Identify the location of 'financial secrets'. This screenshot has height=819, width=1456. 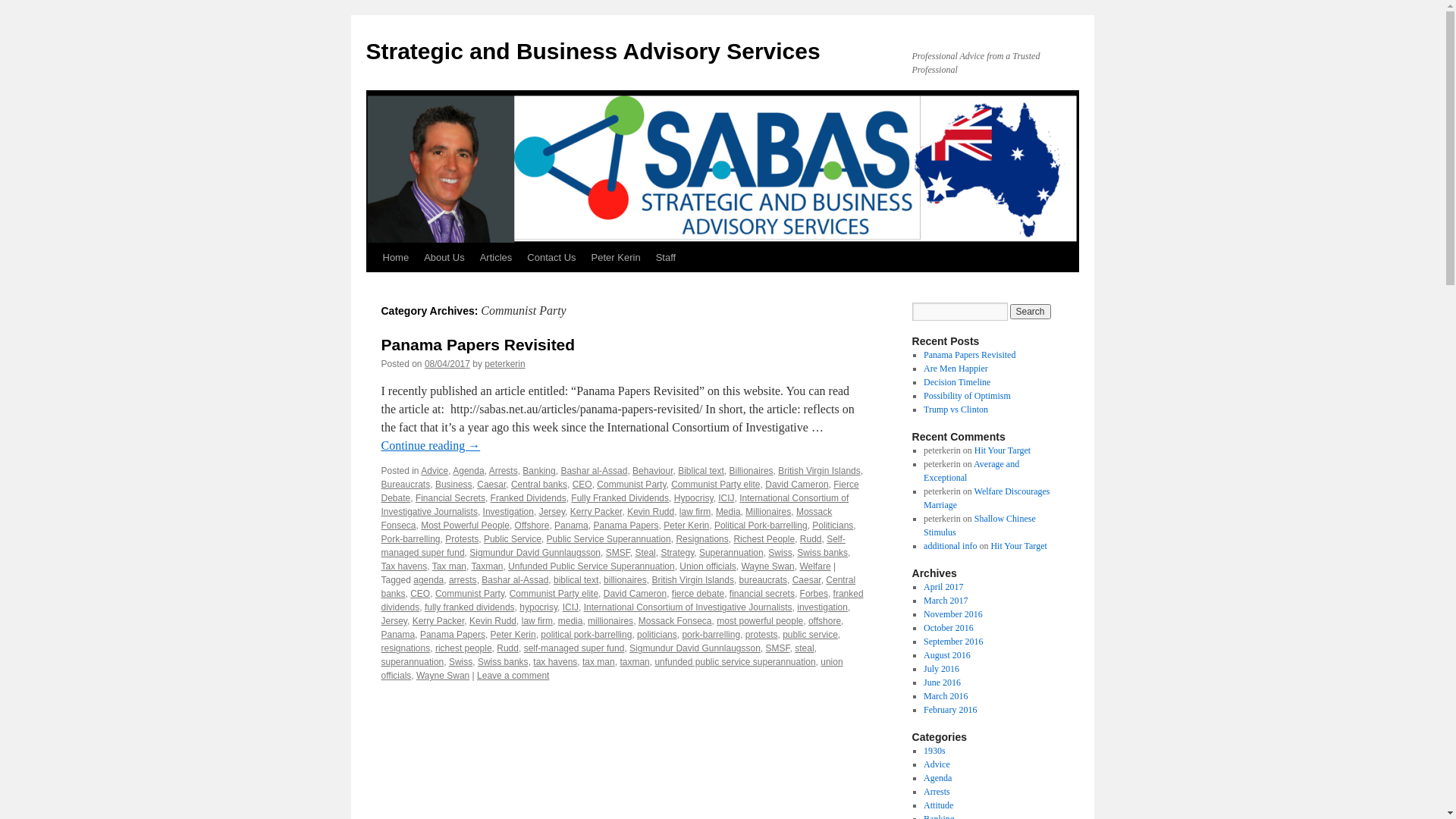
(761, 593).